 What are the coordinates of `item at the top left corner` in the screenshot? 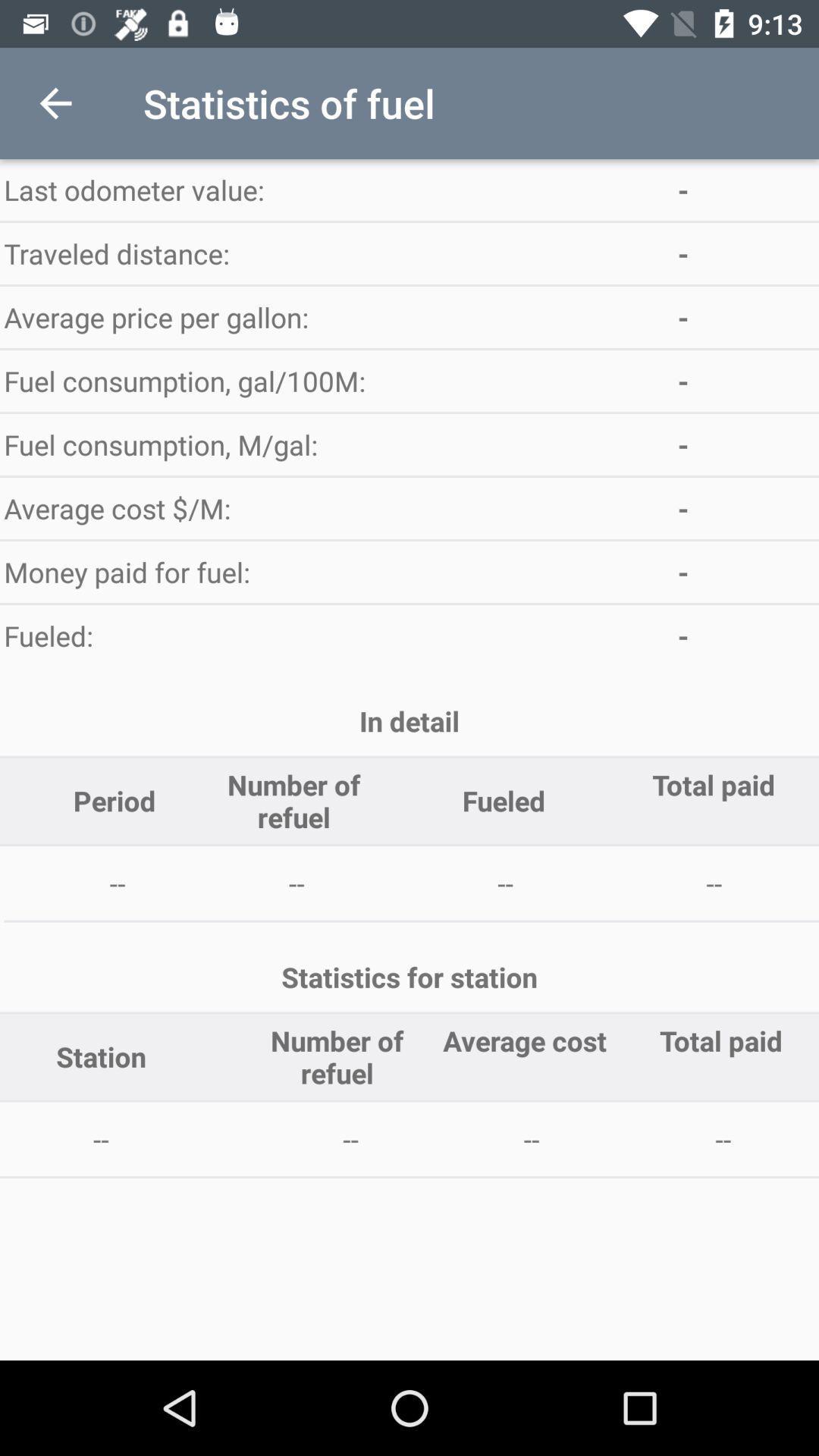 It's located at (55, 102).